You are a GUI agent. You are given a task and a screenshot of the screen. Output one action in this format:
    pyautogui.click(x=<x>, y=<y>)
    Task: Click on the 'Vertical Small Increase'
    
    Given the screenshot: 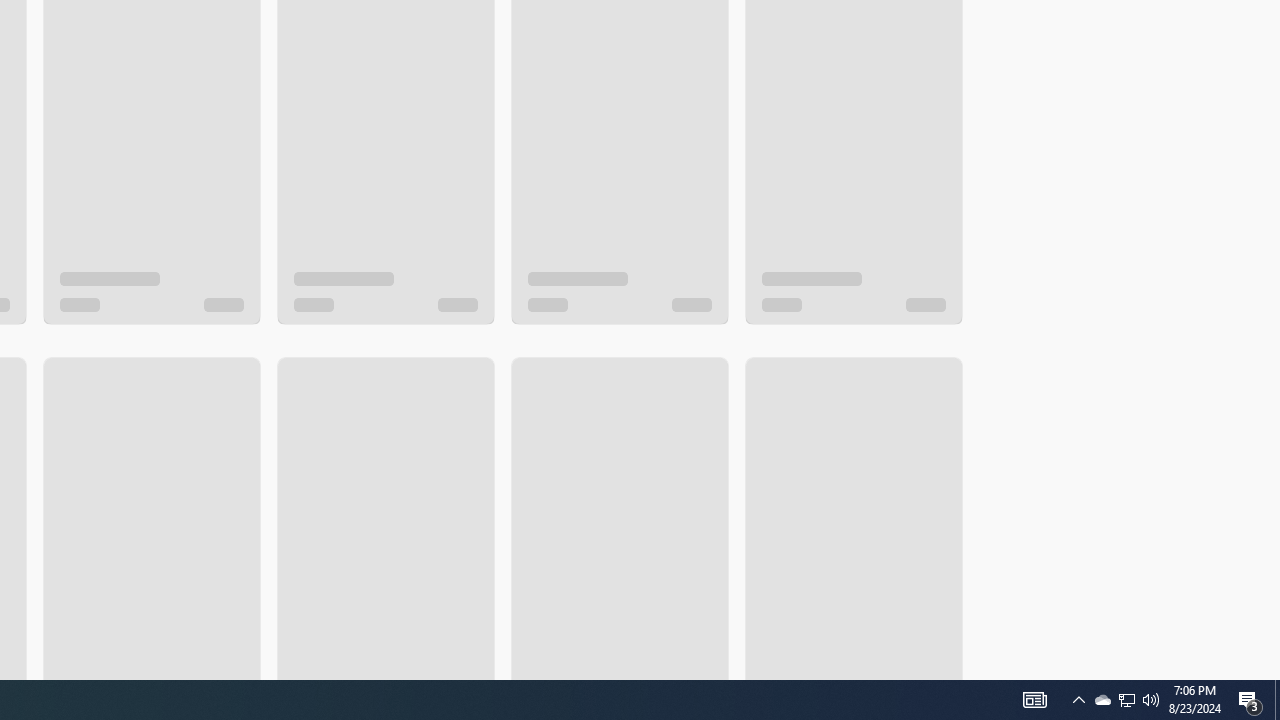 What is the action you would take?
    pyautogui.click(x=1271, y=672)
    